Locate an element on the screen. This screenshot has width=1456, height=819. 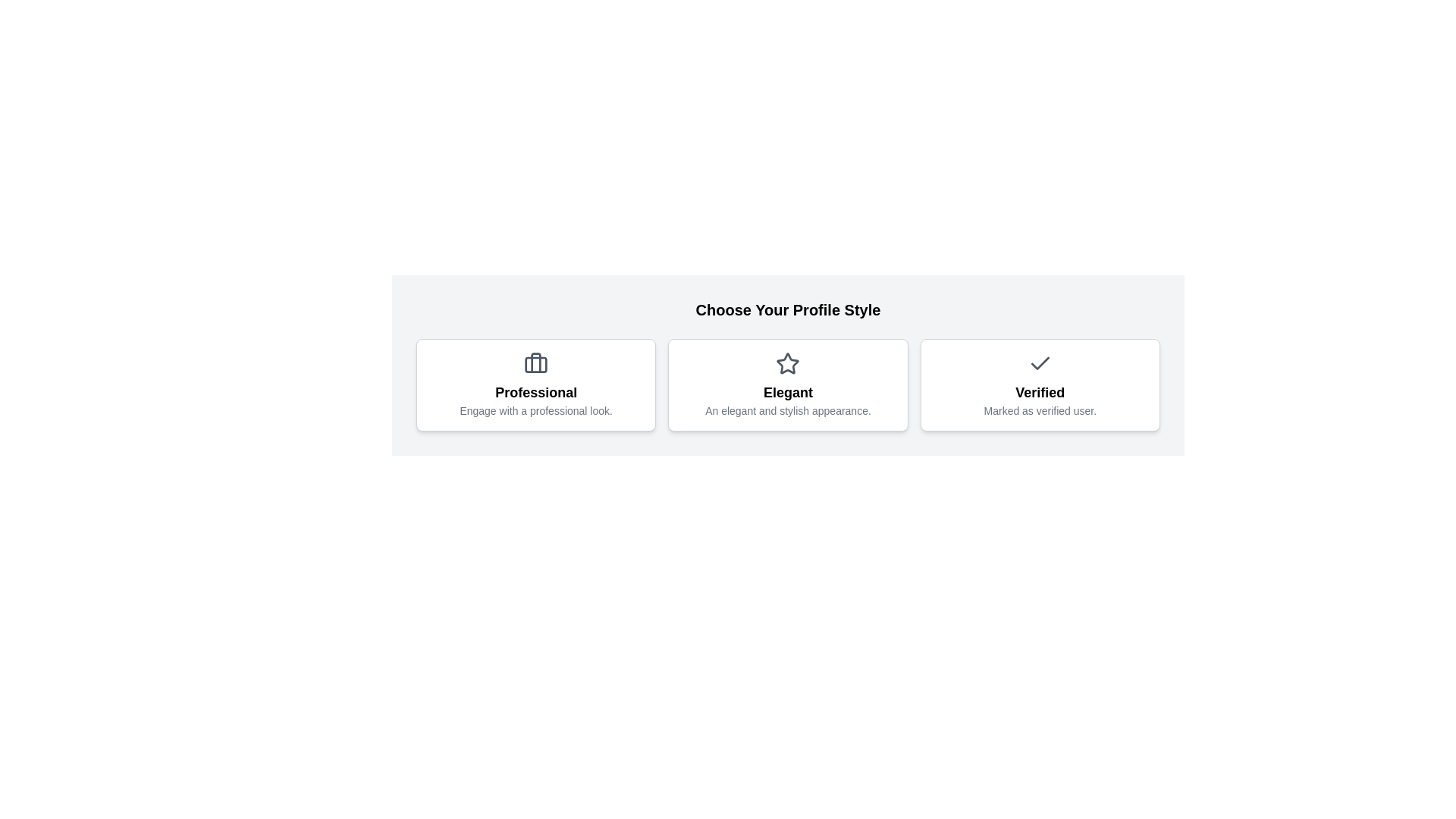
the icon representing the Verified profile style is located at coordinates (1039, 363).